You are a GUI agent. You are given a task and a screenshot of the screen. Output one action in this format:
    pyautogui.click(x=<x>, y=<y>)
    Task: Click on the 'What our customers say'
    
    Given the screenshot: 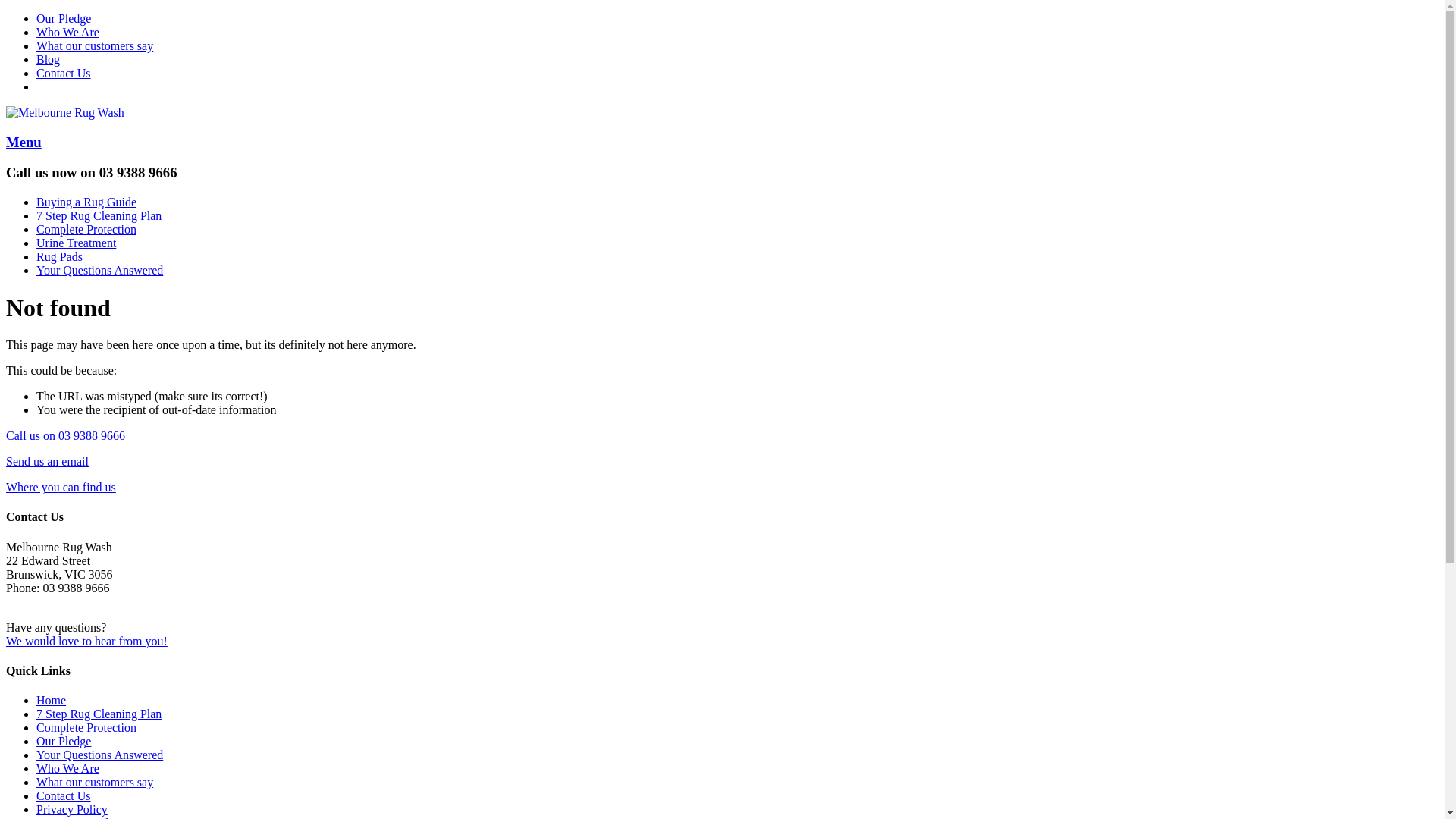 What is the action you would take?
    pyautogui.click(x=93, y=45)
    